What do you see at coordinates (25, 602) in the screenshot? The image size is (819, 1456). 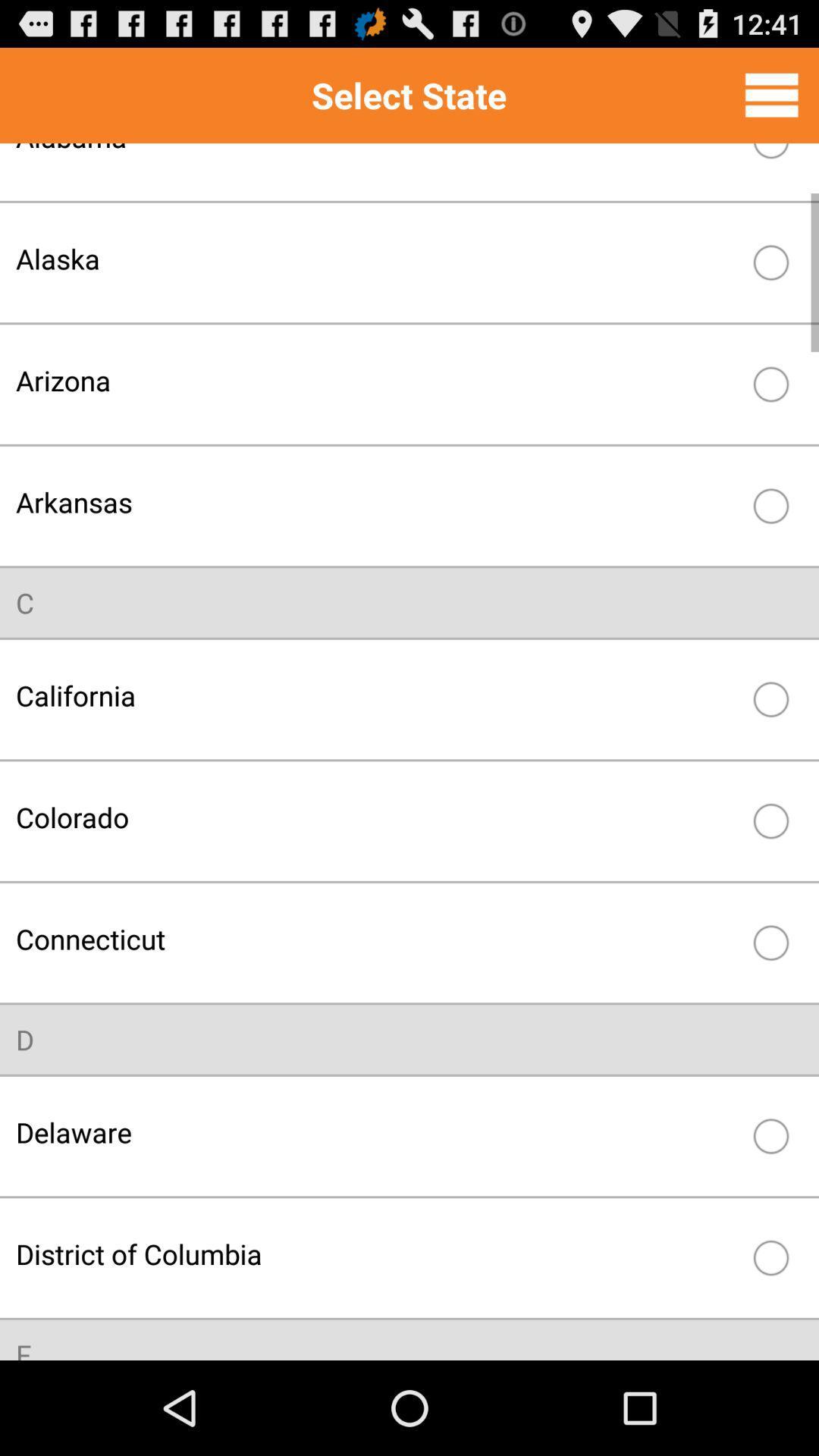 I see `the item above the california item` at bounding box center [25, 602].